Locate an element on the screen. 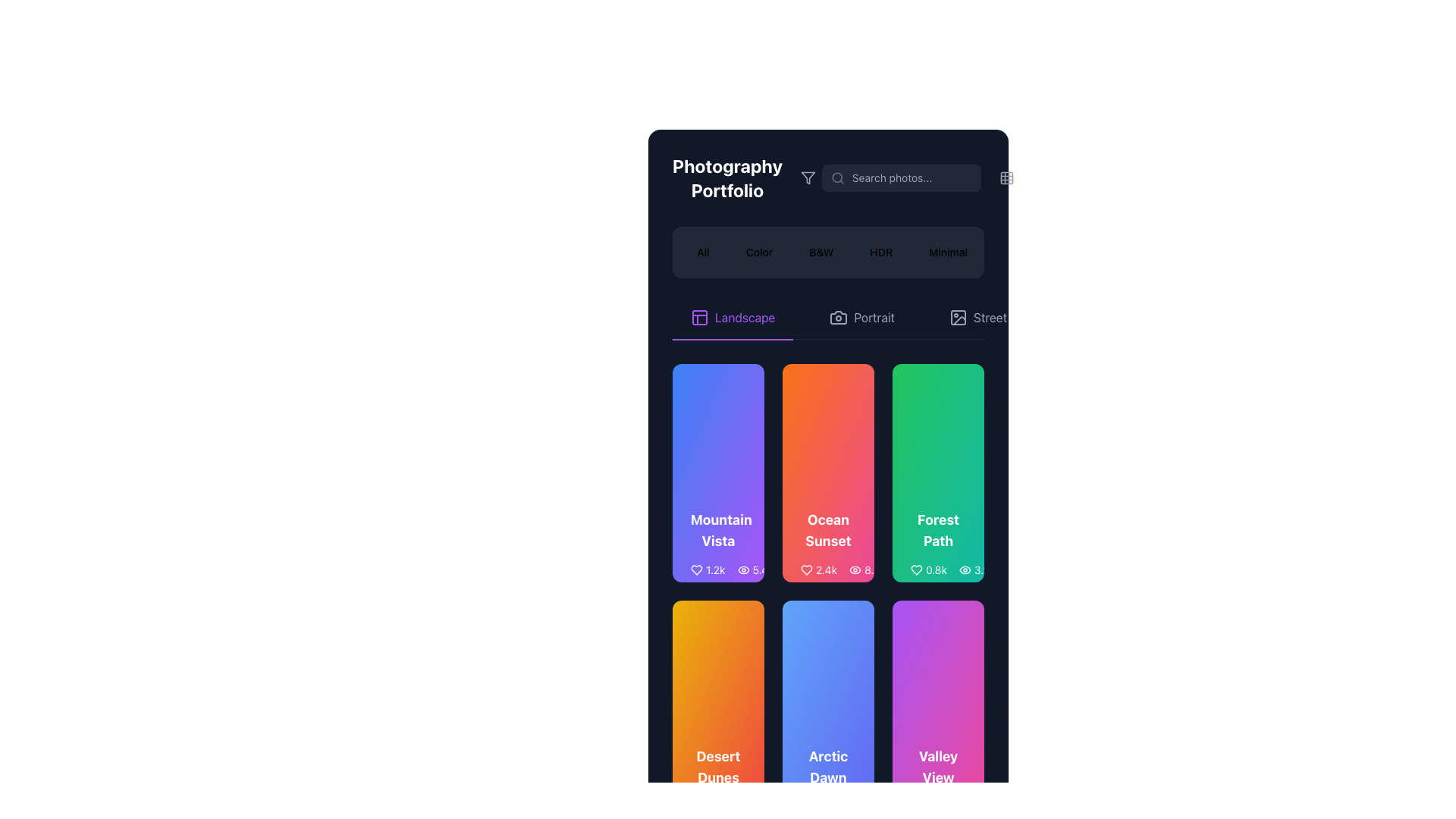 The width and height of the screenshot is (1456, 819). the text label titled 'Ocean Sunset' which serves as the title of the card in the Landscape category for navigation is located at coordinates (827, 529).